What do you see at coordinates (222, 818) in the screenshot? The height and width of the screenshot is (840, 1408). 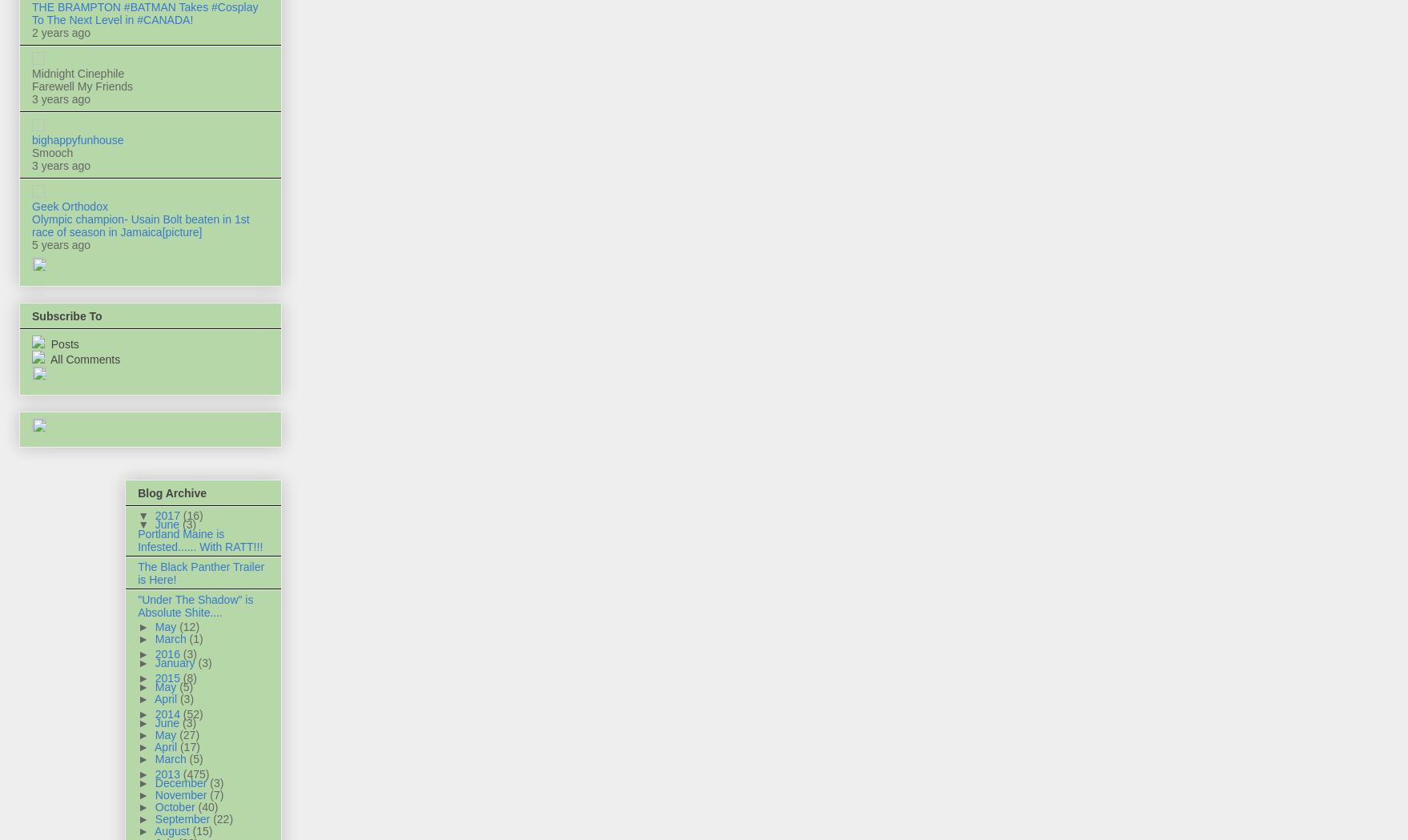 I see `'(22)'` at bounding box center [222, 818].